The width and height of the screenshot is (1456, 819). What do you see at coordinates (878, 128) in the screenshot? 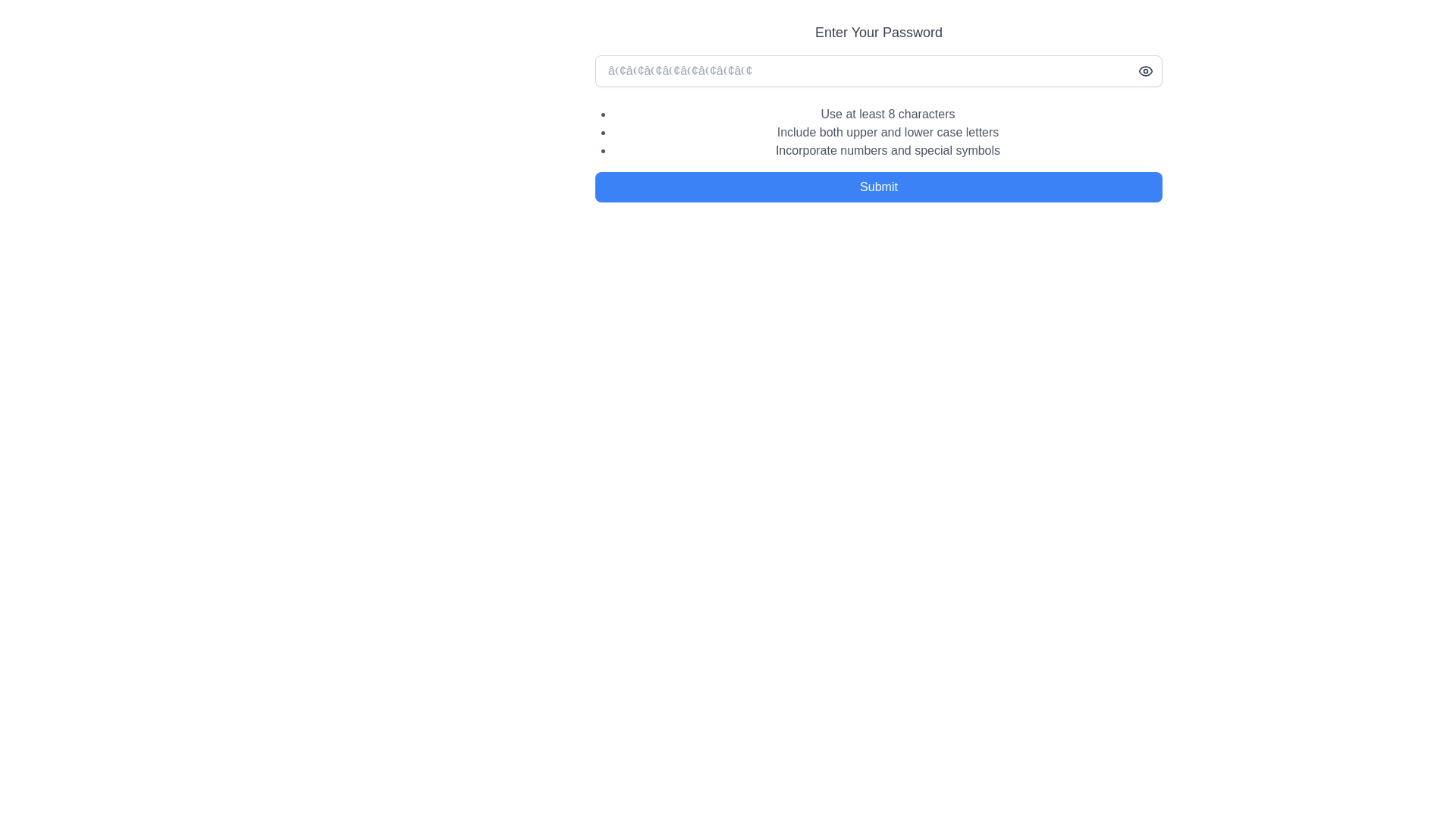
I see `instructions provided in the text block containing a list about creating a secure password, which is centrally located underneath the password input field and above the 'Submit' button` at bounding box center [878, 128].